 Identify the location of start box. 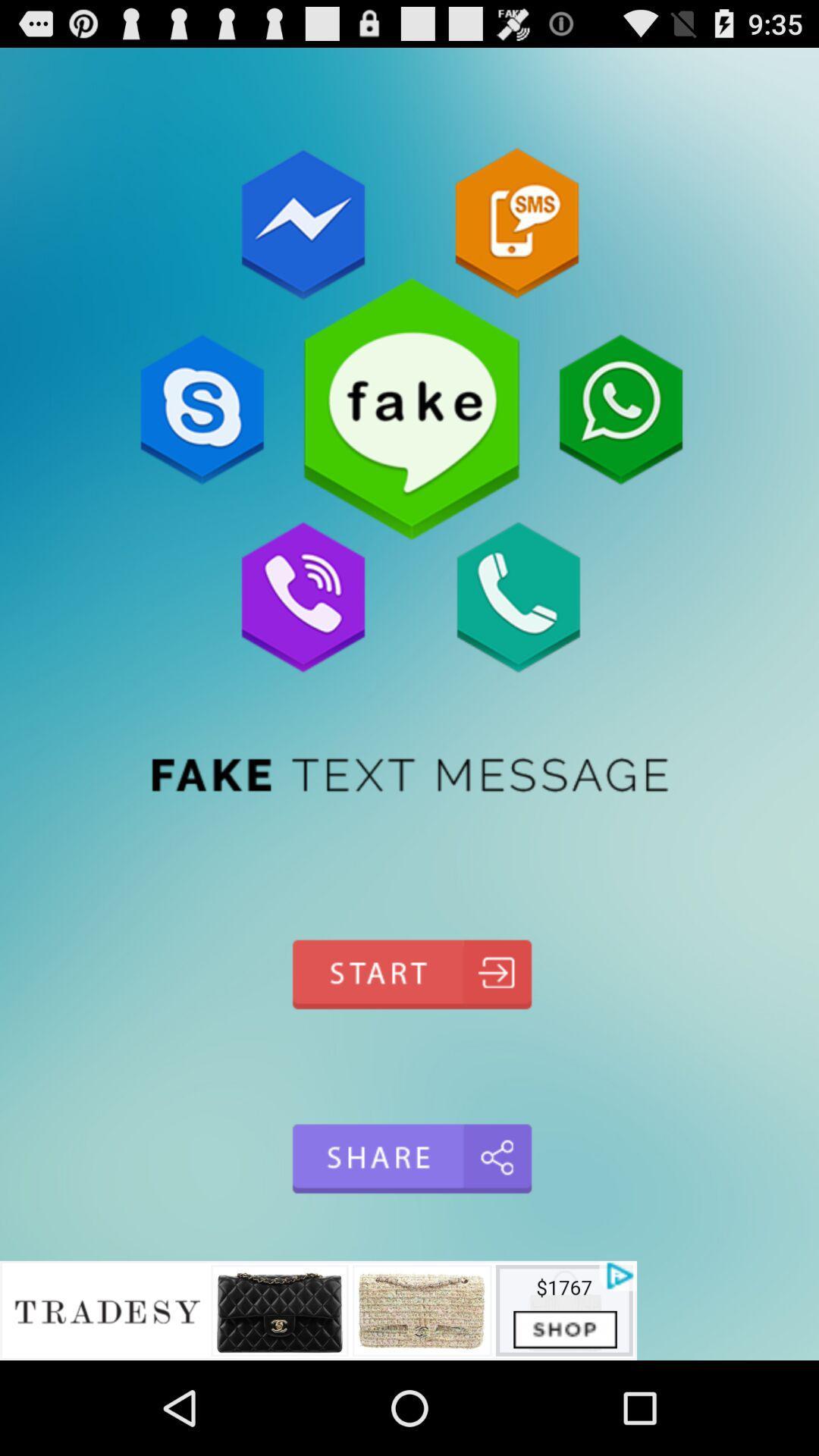
(409, 974).